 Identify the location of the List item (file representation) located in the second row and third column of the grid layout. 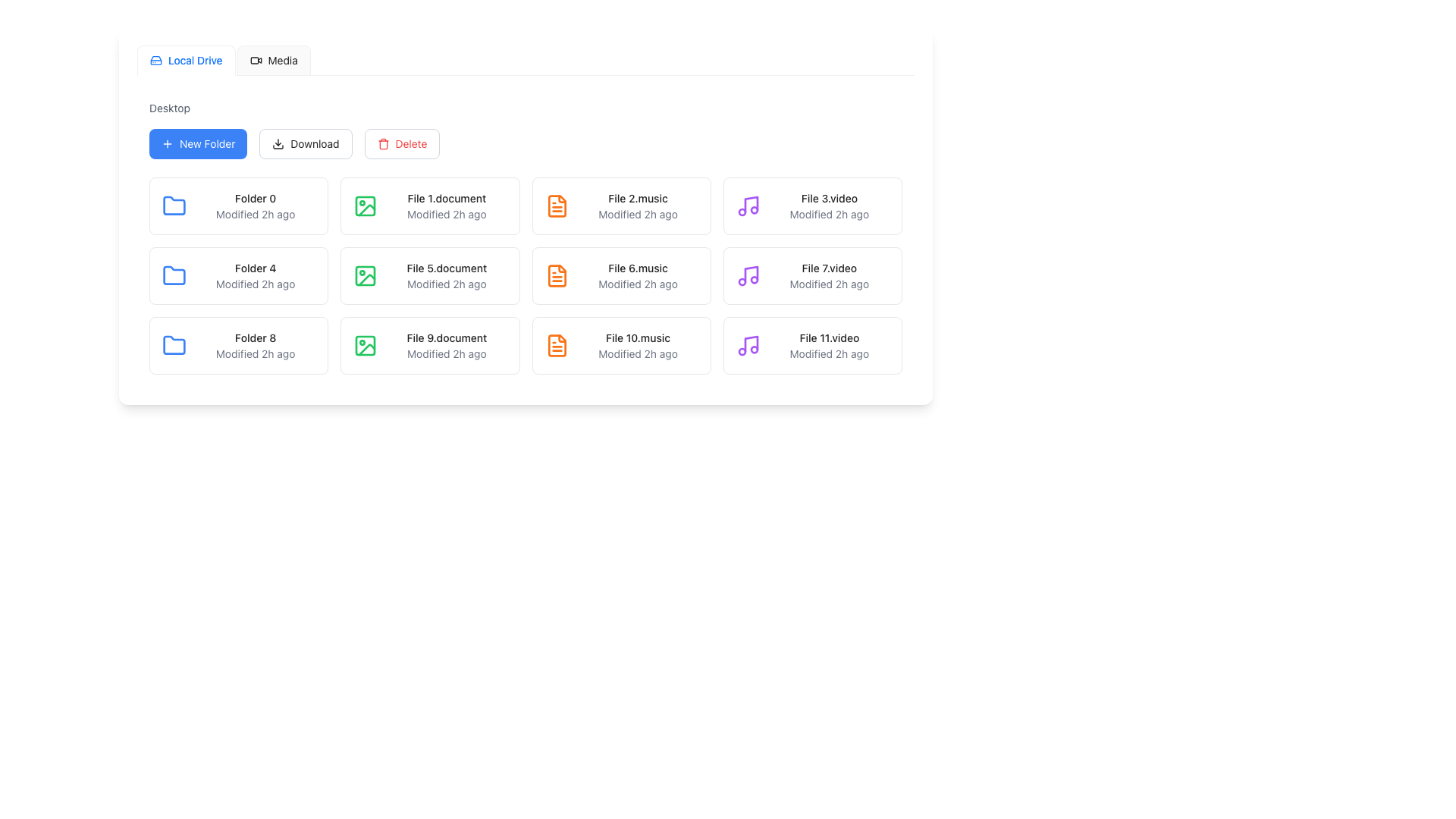
(429, 275).